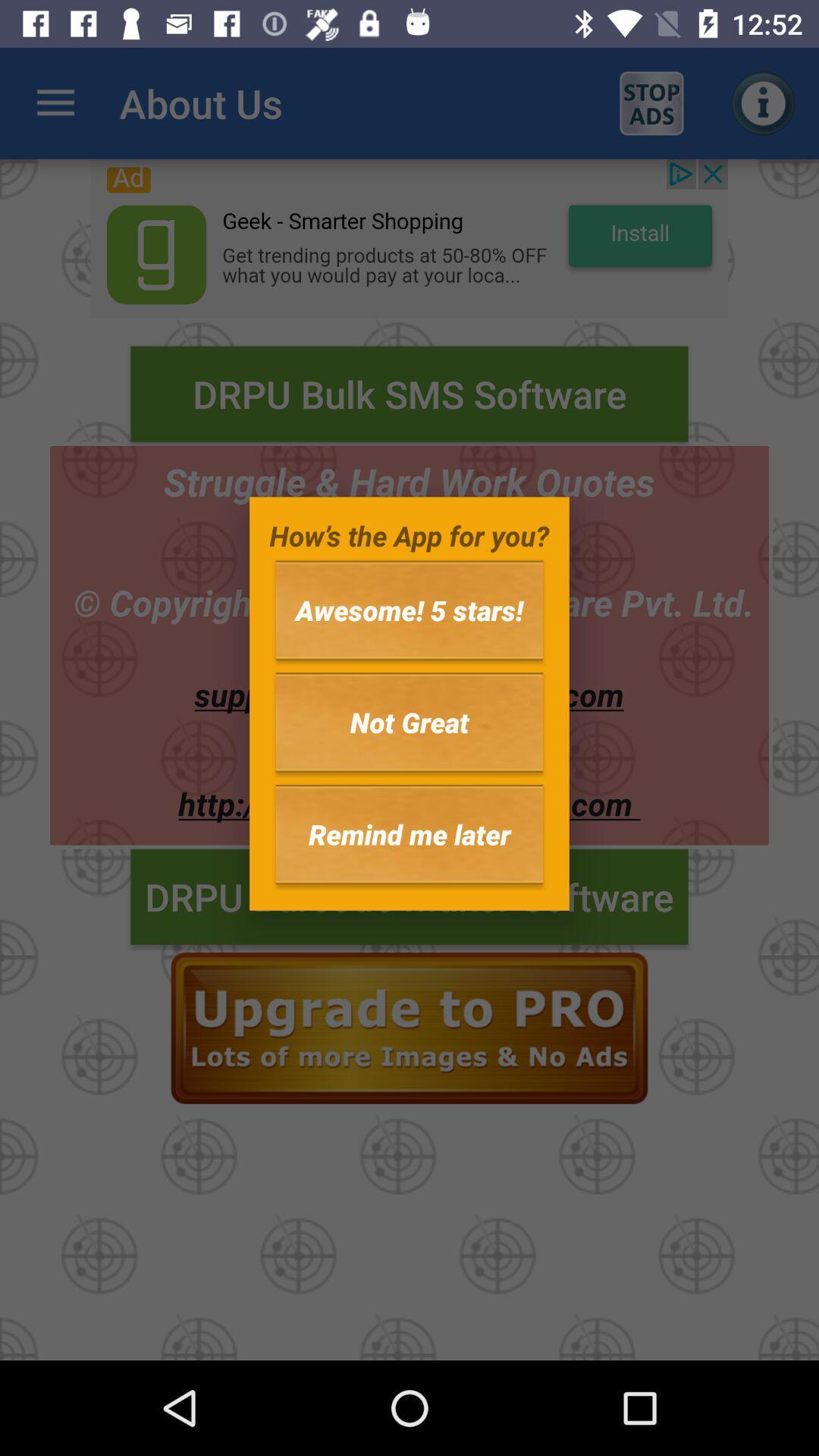 Image resolution: width=819 pixels, height=1456 pixels. What do you see at coordinates (409, 610) in the screenshot?
I see `awesome! 5 stars! icon` at bounding box center [409, 610].